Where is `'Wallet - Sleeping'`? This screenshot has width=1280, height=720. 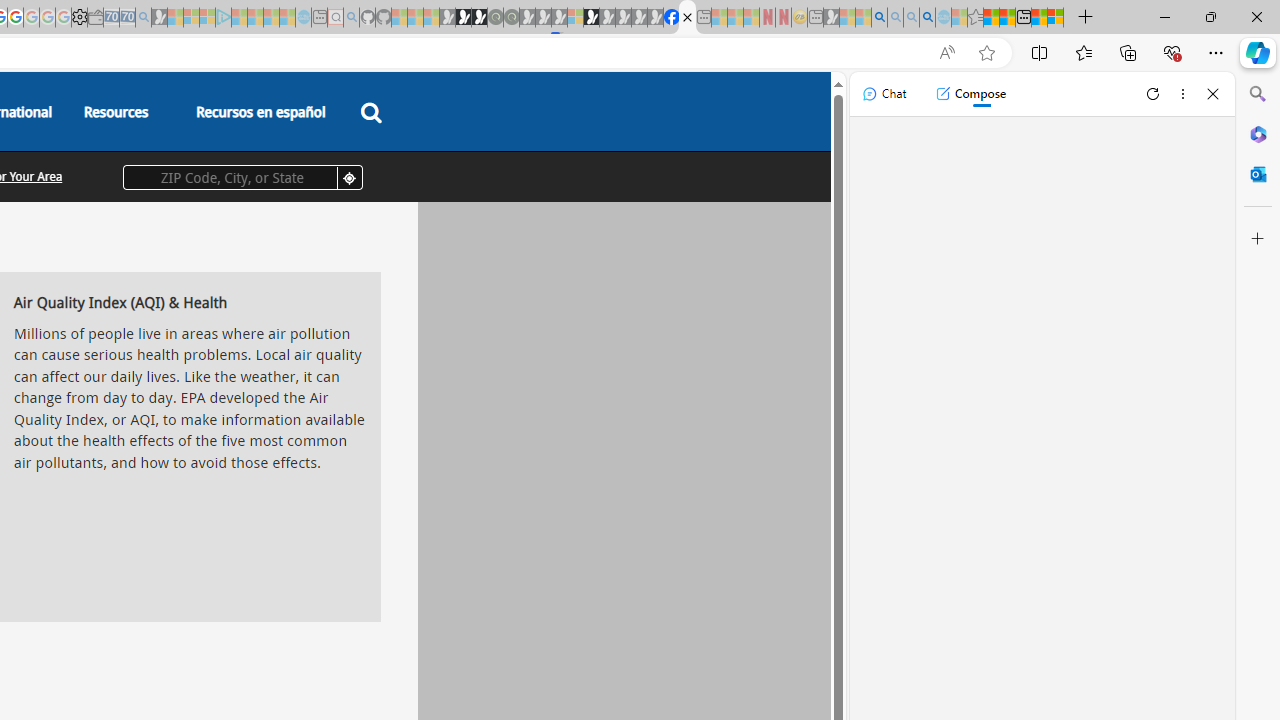 'Wallet - Sleeping' is located at coordinates (95, 17).